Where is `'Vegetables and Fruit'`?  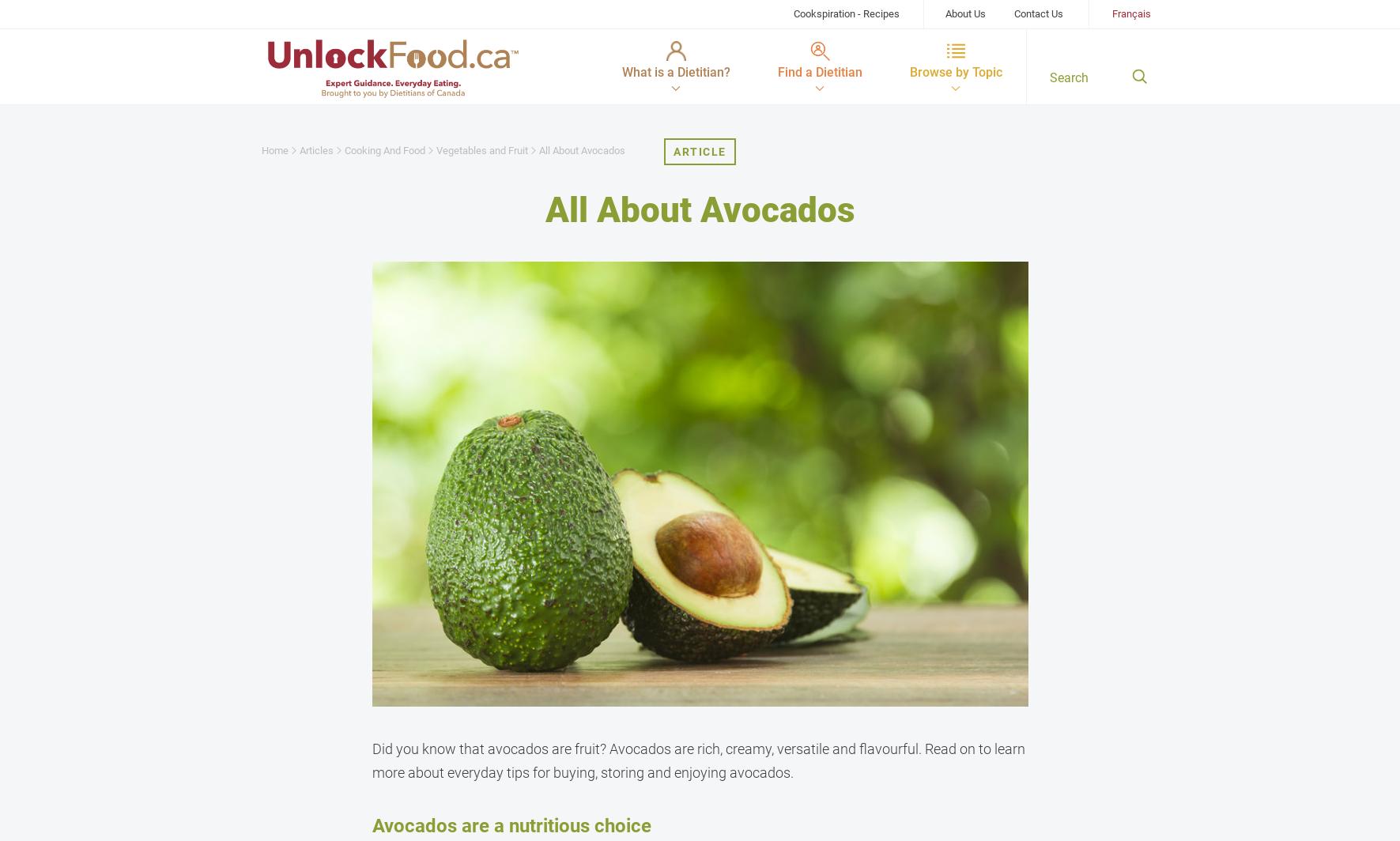 'Vegetables and Fruit' is located at coordinates (481, 150).